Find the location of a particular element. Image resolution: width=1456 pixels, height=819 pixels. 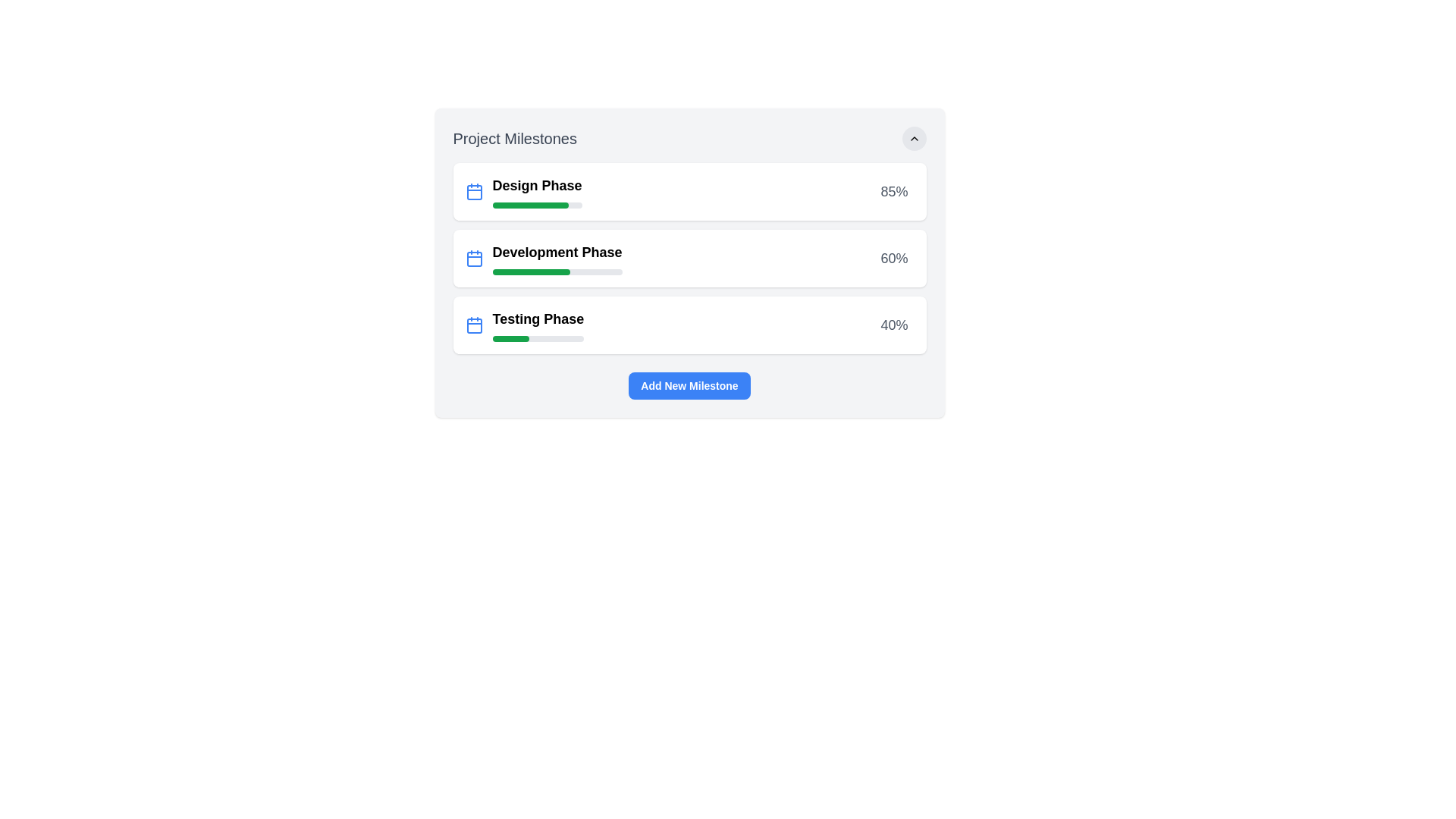

the calendar icon indicating the 'Development Phase' milestone is located at coordinates (473, 259).